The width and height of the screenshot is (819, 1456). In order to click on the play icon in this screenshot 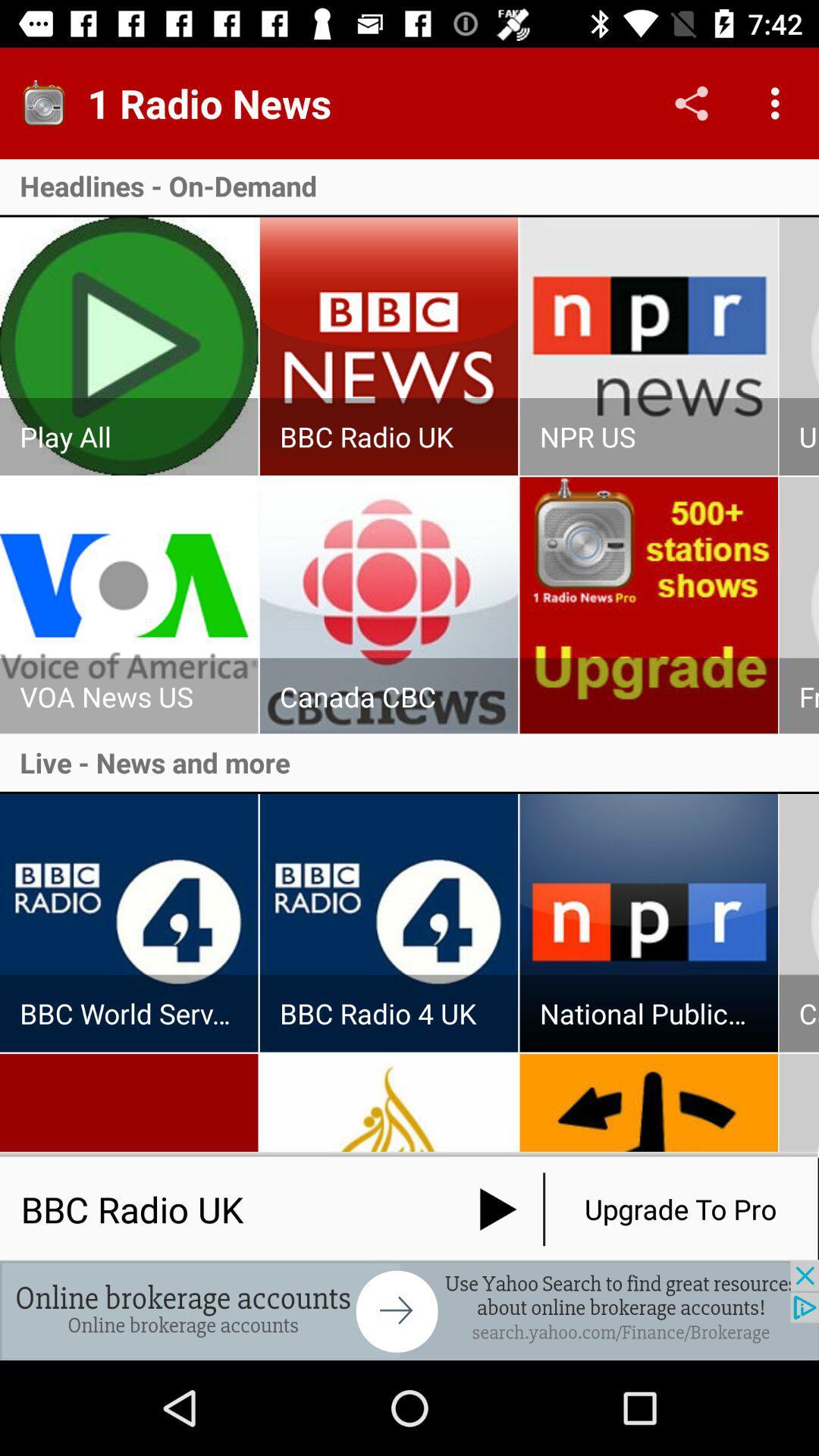, I will do `click(498, 1208)`.